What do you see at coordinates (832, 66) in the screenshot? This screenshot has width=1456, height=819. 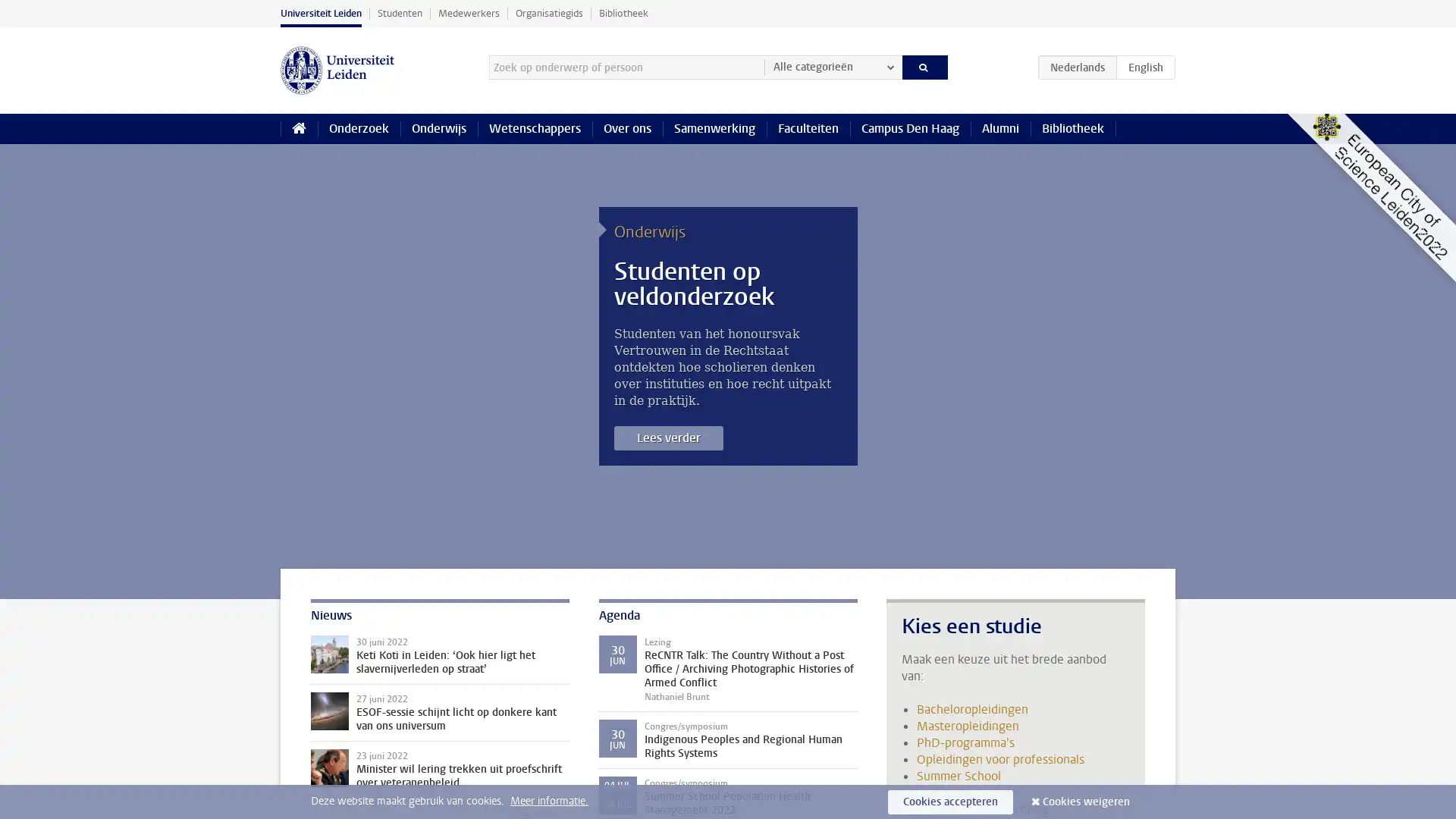 I see `Alle categorieen` at bounding box center [832, 66].